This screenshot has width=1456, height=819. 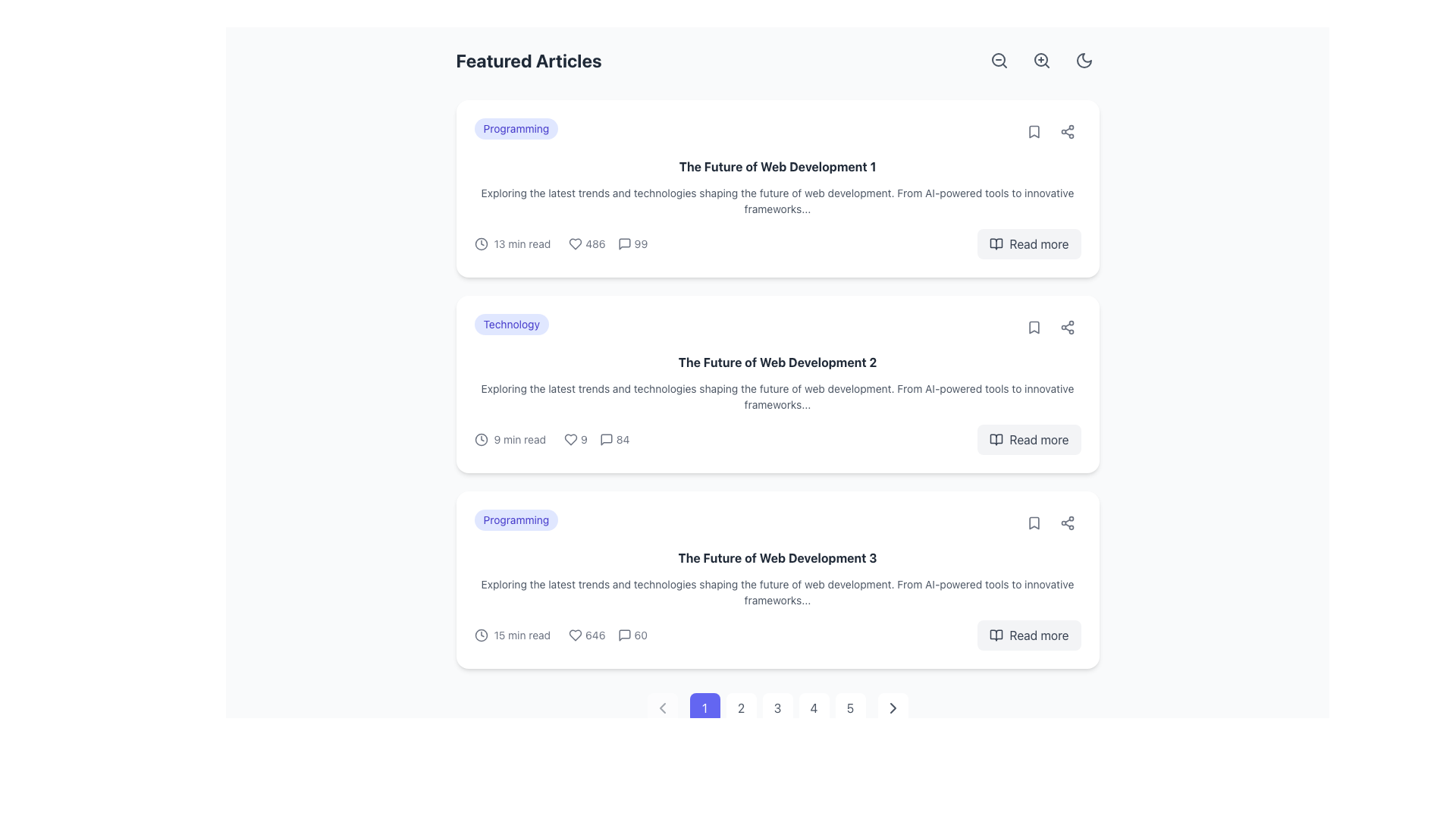 I want to click on the Text Label that indicates the estimated reading time for the article, located in the last article preview card, between the clock icon and metadata about likes and comments, so click(x=522, y=635).